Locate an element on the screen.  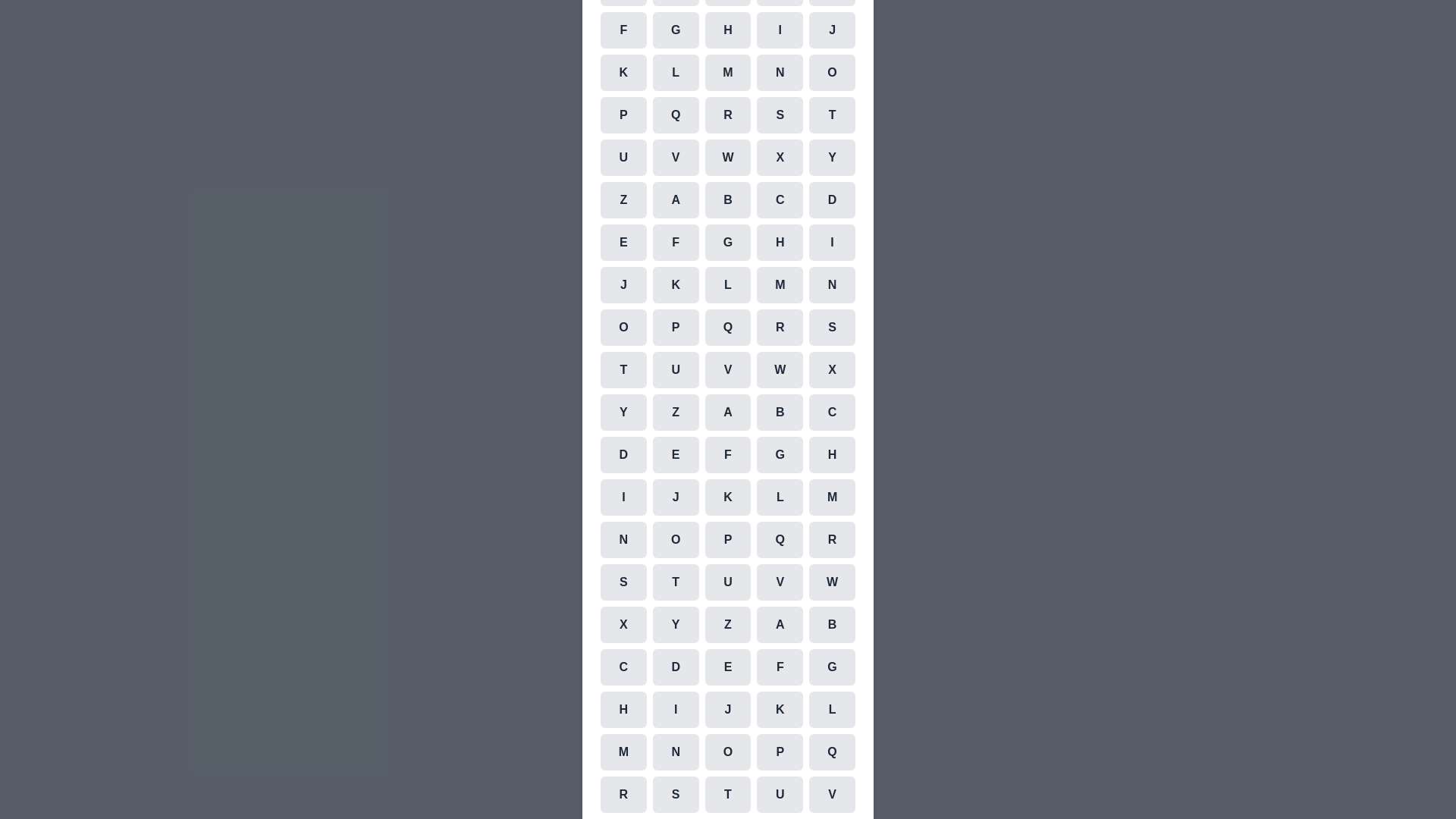
the cell representing the character Y is located at coordinates (832, 158).